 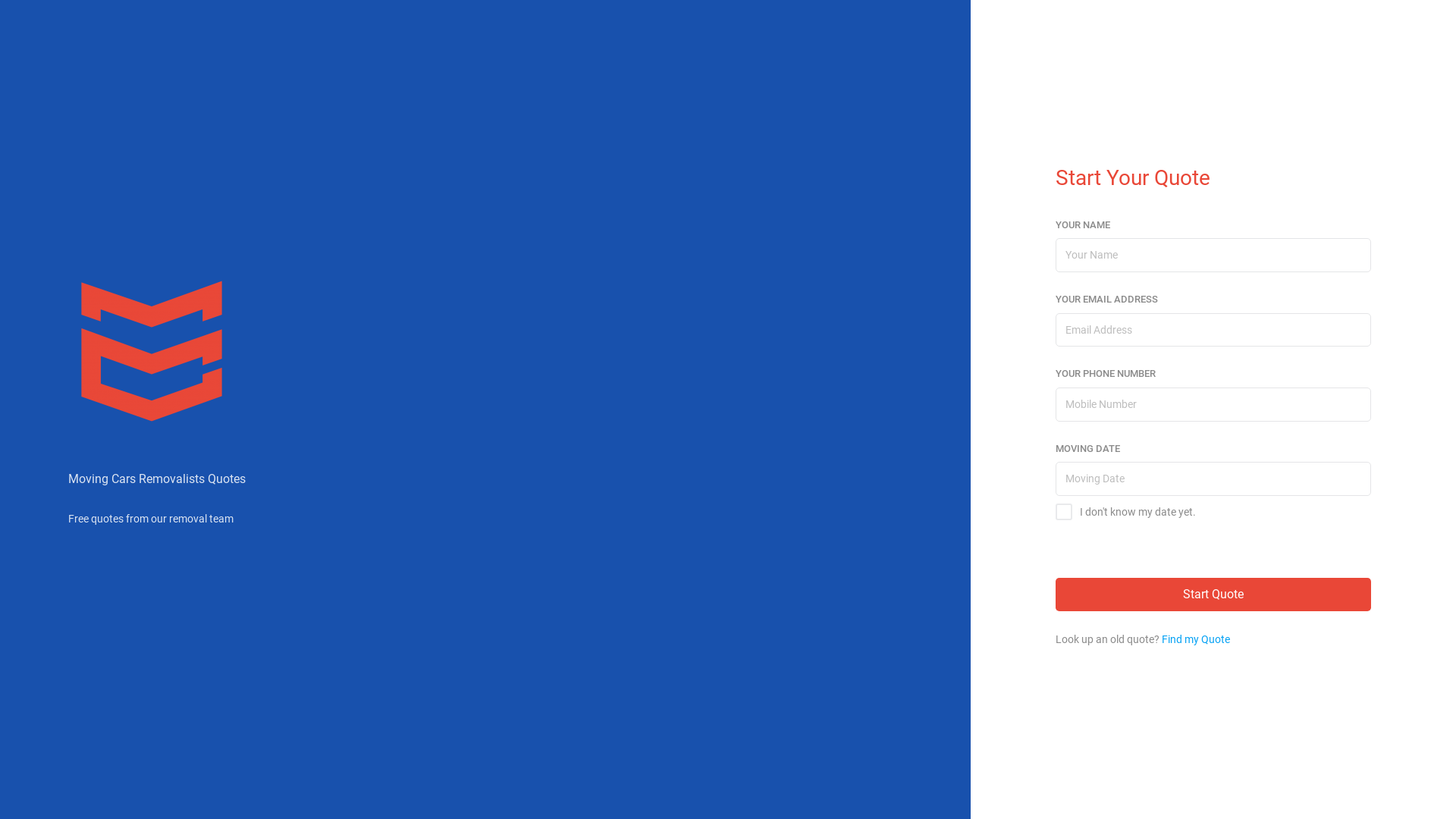 What do you see at coordinates (1160, 639) in the screenshot?
I see `'Find my Quote'` at bounding box center [1160, 639].